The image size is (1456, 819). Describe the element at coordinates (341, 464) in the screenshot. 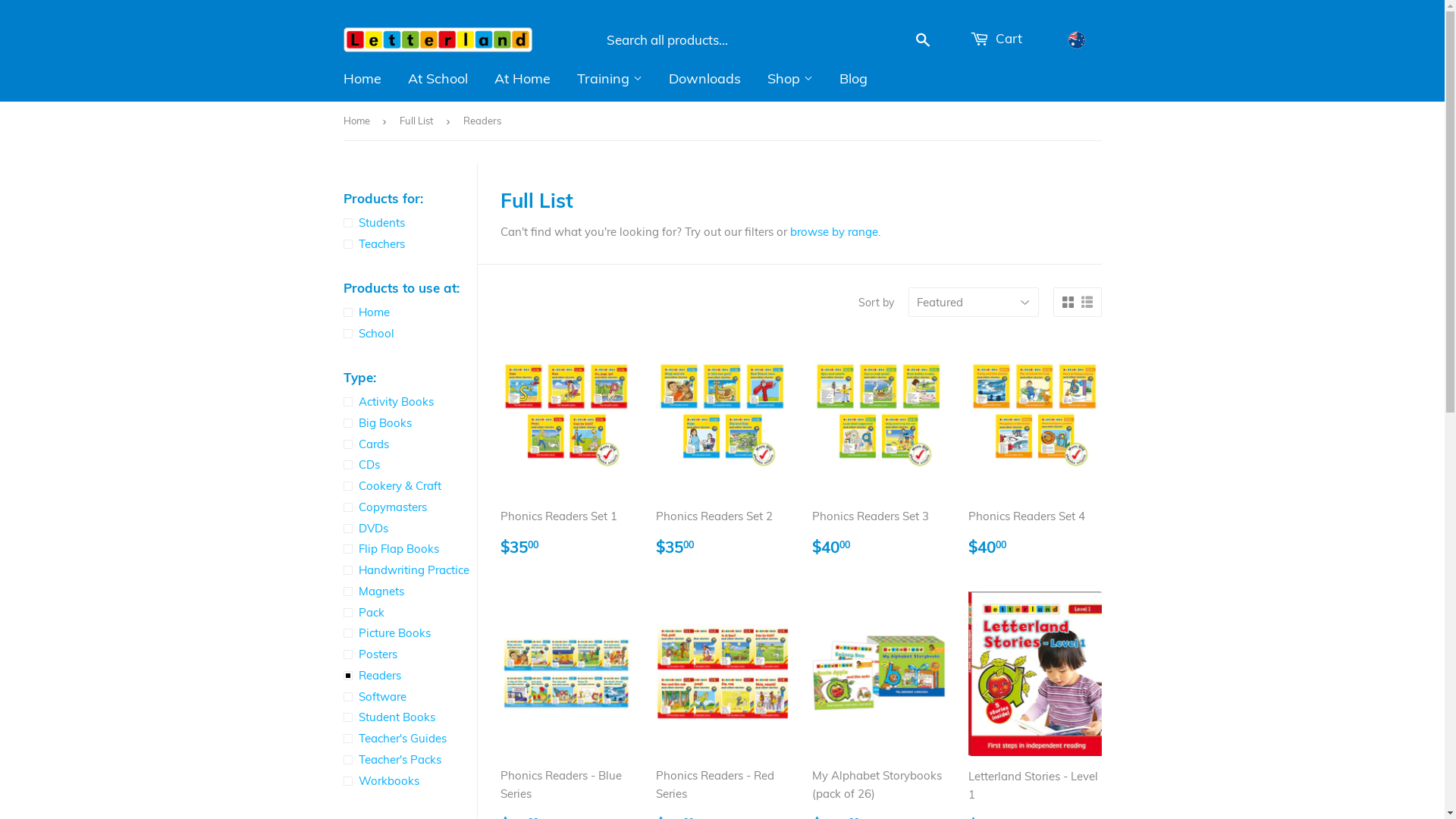

I see `'CDs'` at that location.